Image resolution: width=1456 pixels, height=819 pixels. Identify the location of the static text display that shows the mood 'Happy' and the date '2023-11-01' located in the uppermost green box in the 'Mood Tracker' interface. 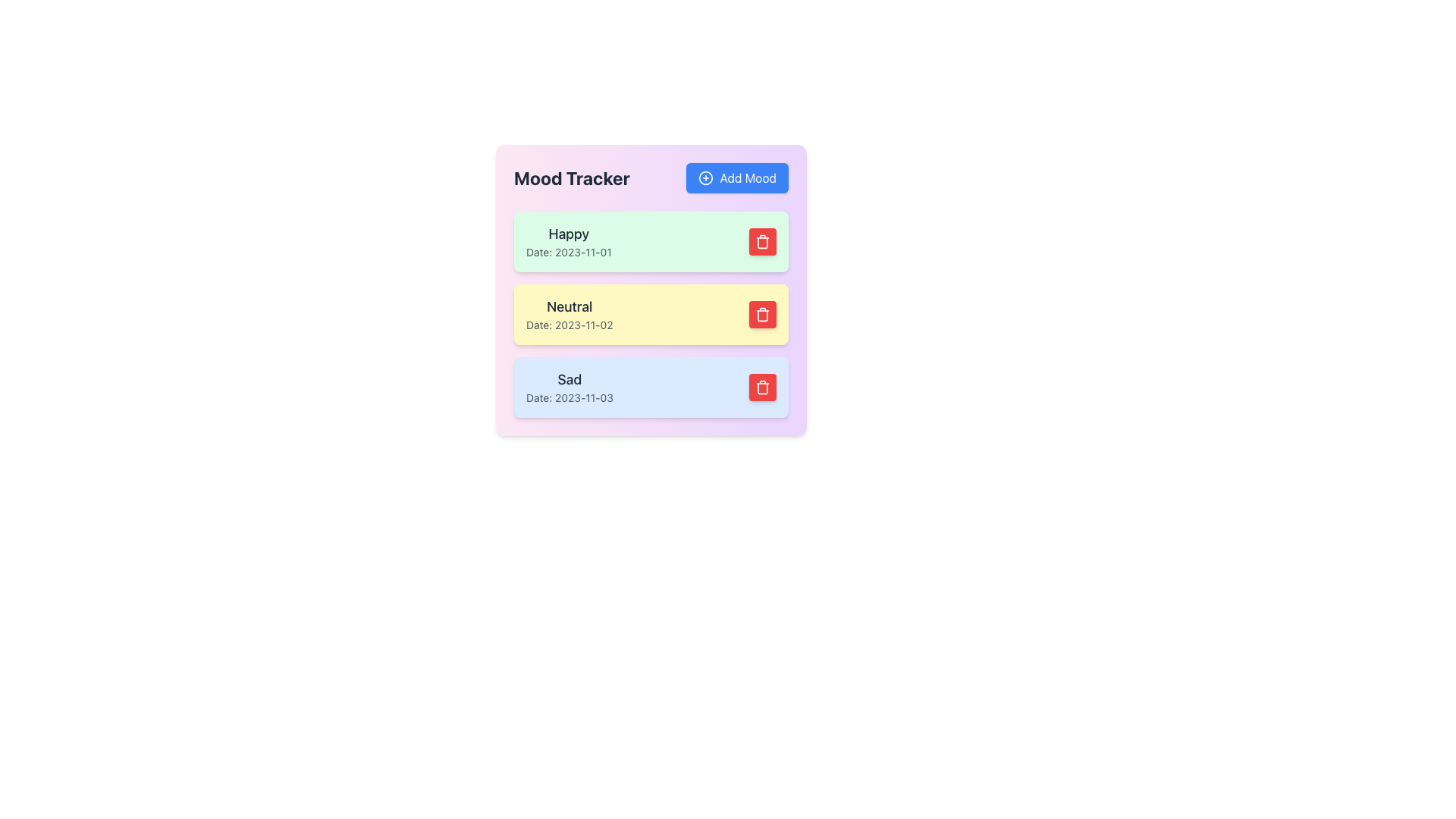
(568, 241).